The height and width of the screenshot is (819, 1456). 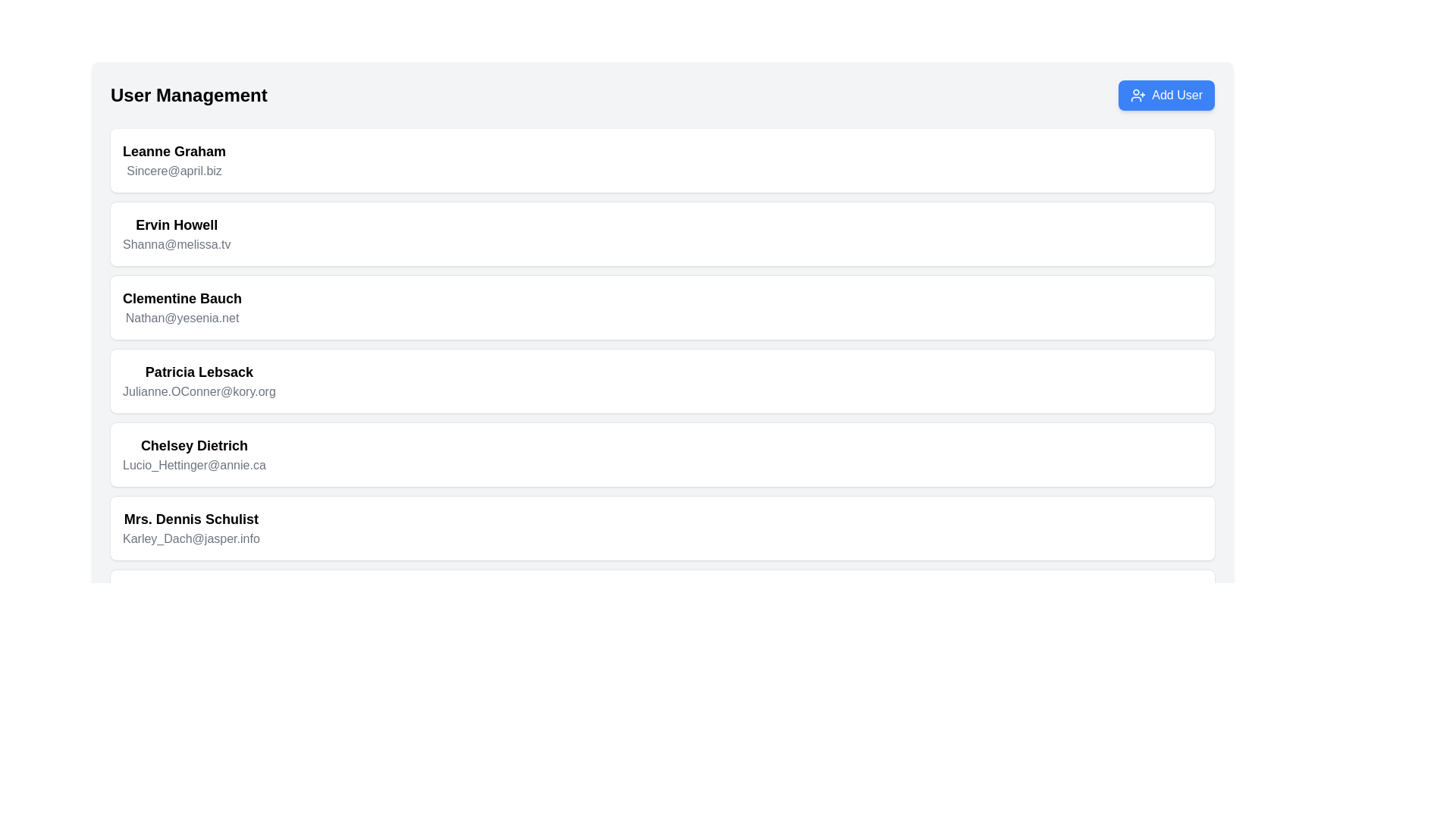 I want to click on the Text Label displaying the user name in the third row of the User Management list, positioned above the email 'Julianne.OConner@kory.org' and below 'Clementine Bauch', so click(x=198, y=372).